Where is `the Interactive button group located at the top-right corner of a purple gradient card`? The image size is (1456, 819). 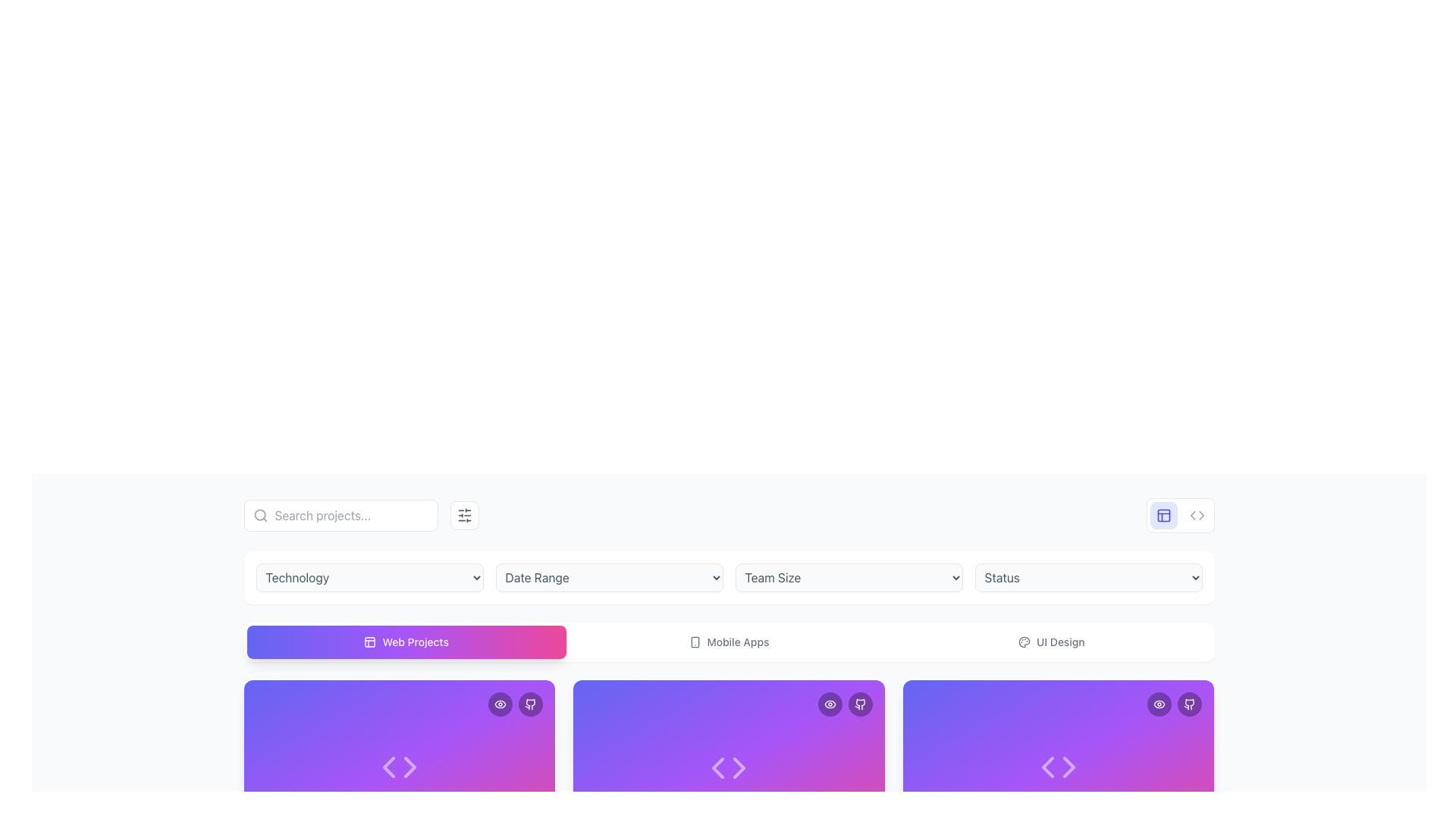 the Interactive button group located at the top-right corner of a purple gradient card is located at coordinates (516, 704).